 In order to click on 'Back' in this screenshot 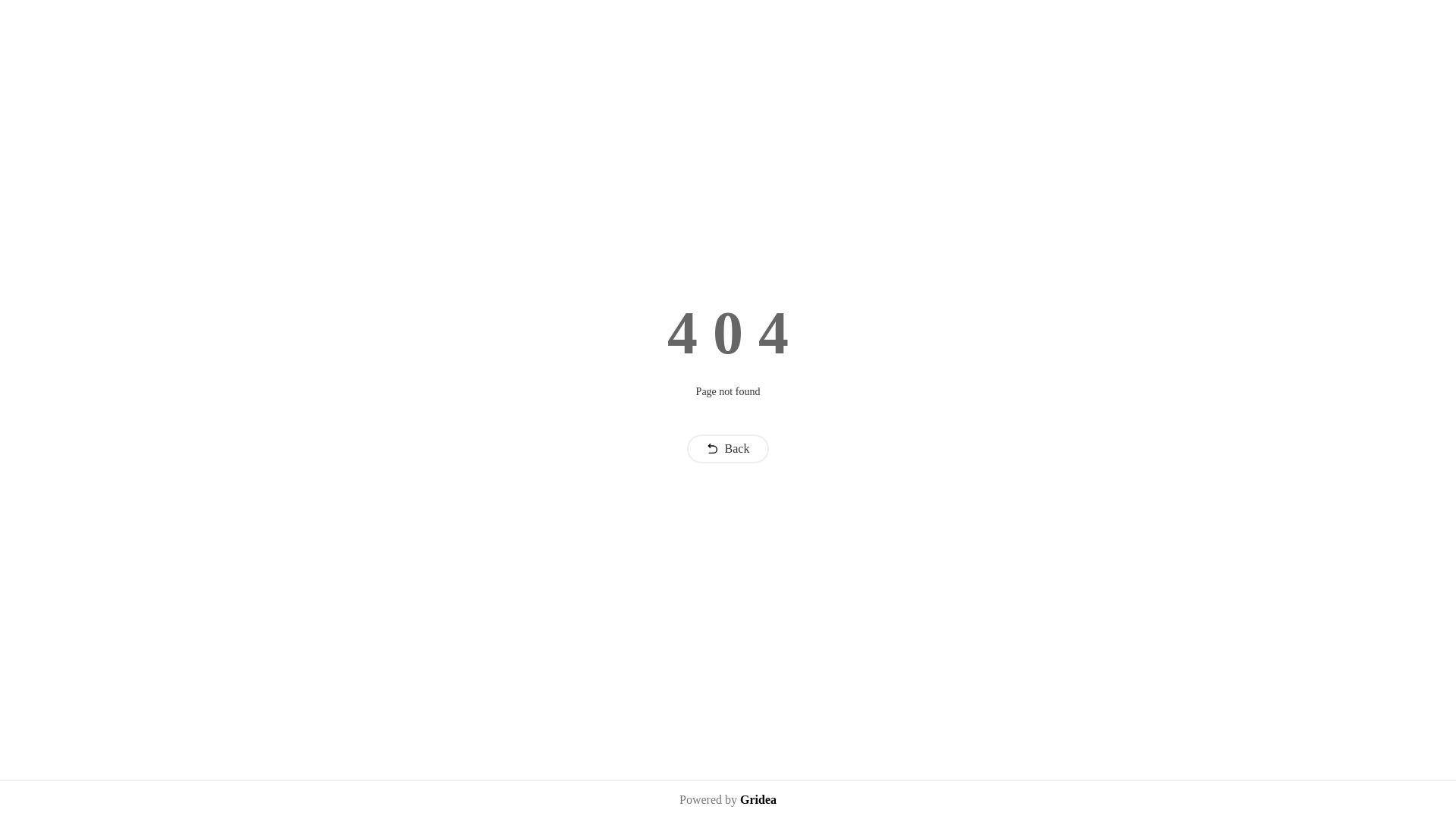, I will do `click(728, 447)`.